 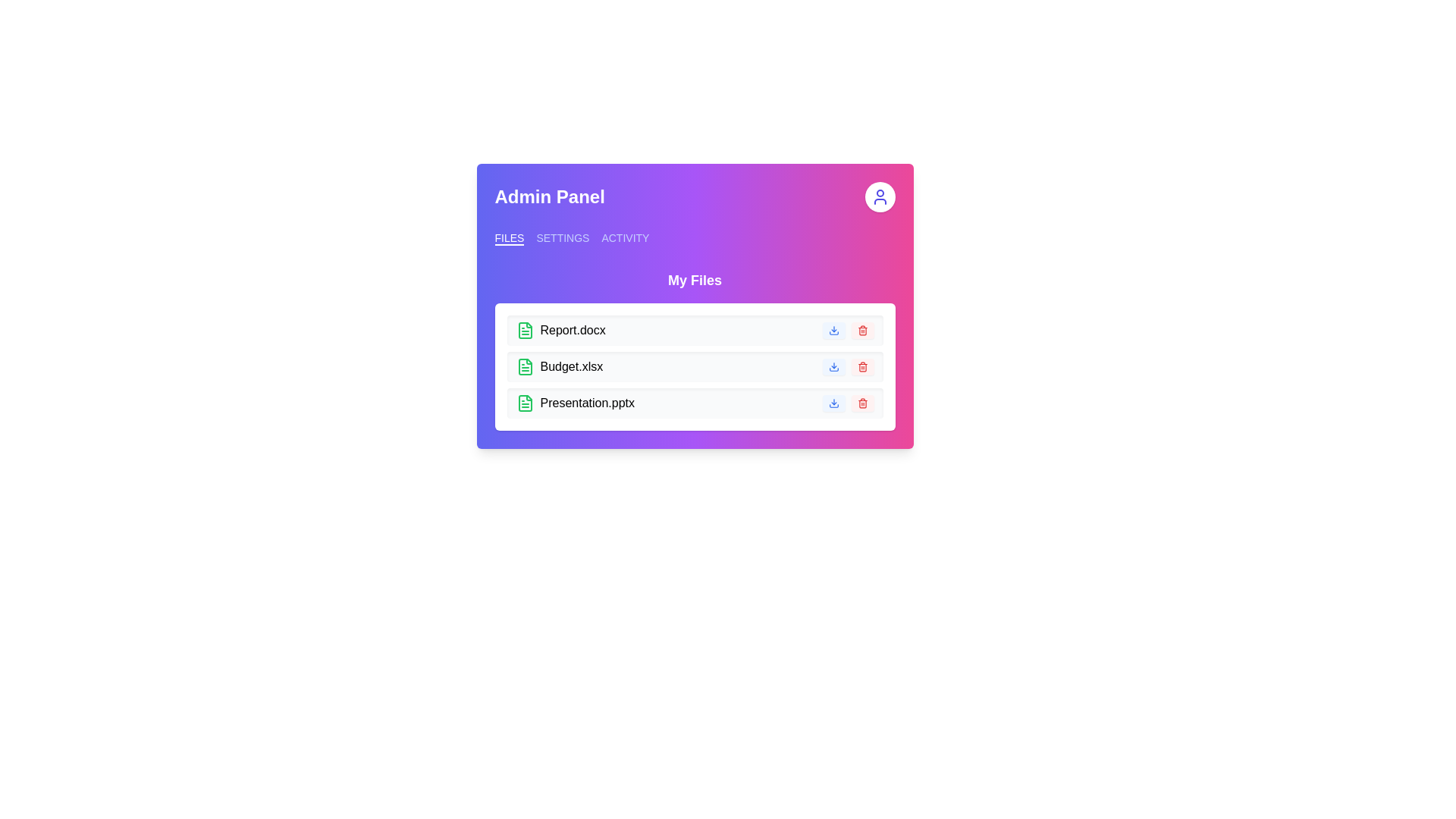 I want to click on the Text Label with an accompanying Icon that displays the name and icon of the 'Presentation.pptx' file, located in the third position under 'My Files' in the Admin Panel, so click(x=574, y=403).